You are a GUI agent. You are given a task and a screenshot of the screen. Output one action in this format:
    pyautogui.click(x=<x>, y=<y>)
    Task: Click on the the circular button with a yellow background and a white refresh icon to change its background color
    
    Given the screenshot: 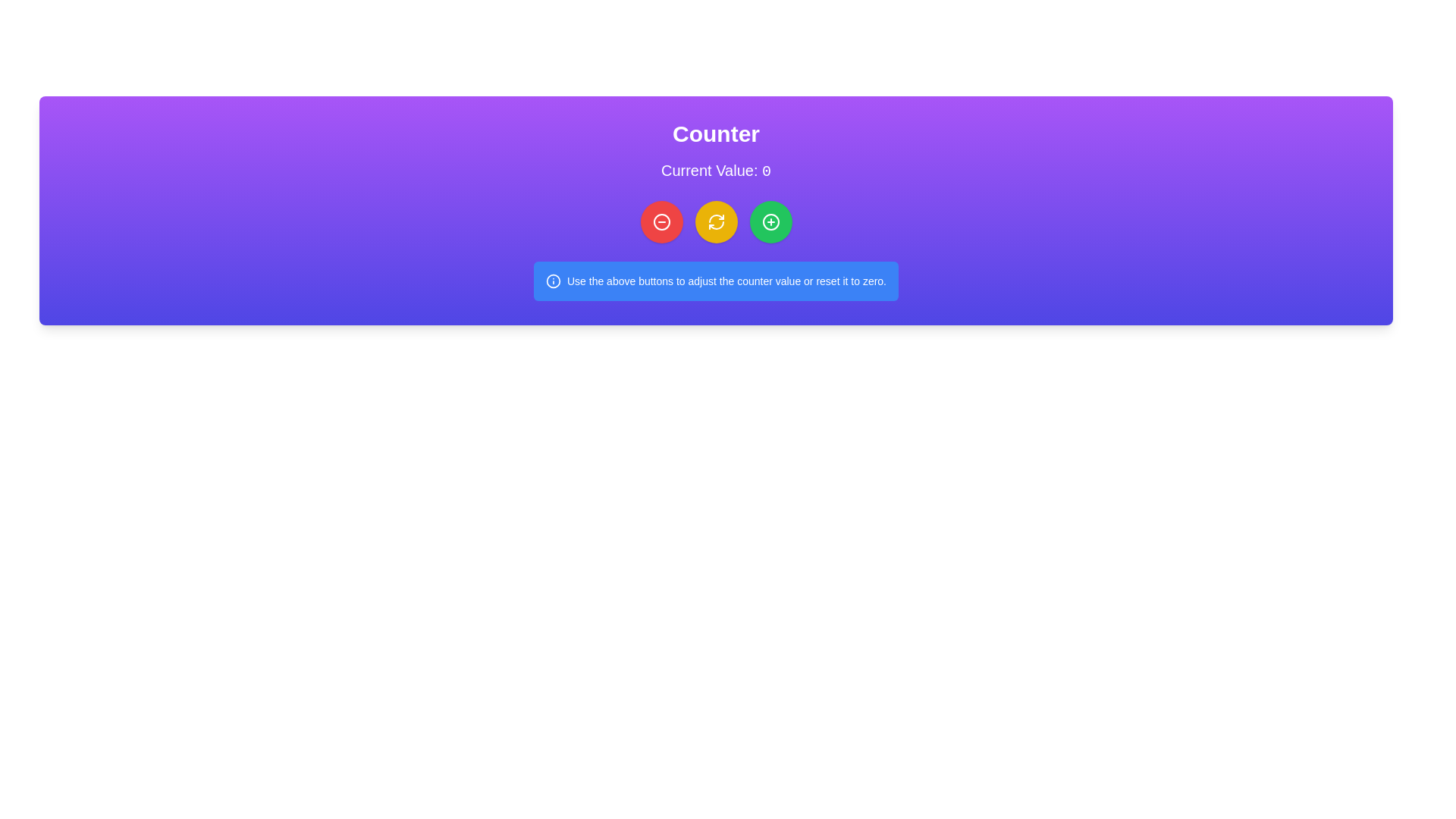 What is the action you would take?
    pyautogui.click(x=715, y=222)
    